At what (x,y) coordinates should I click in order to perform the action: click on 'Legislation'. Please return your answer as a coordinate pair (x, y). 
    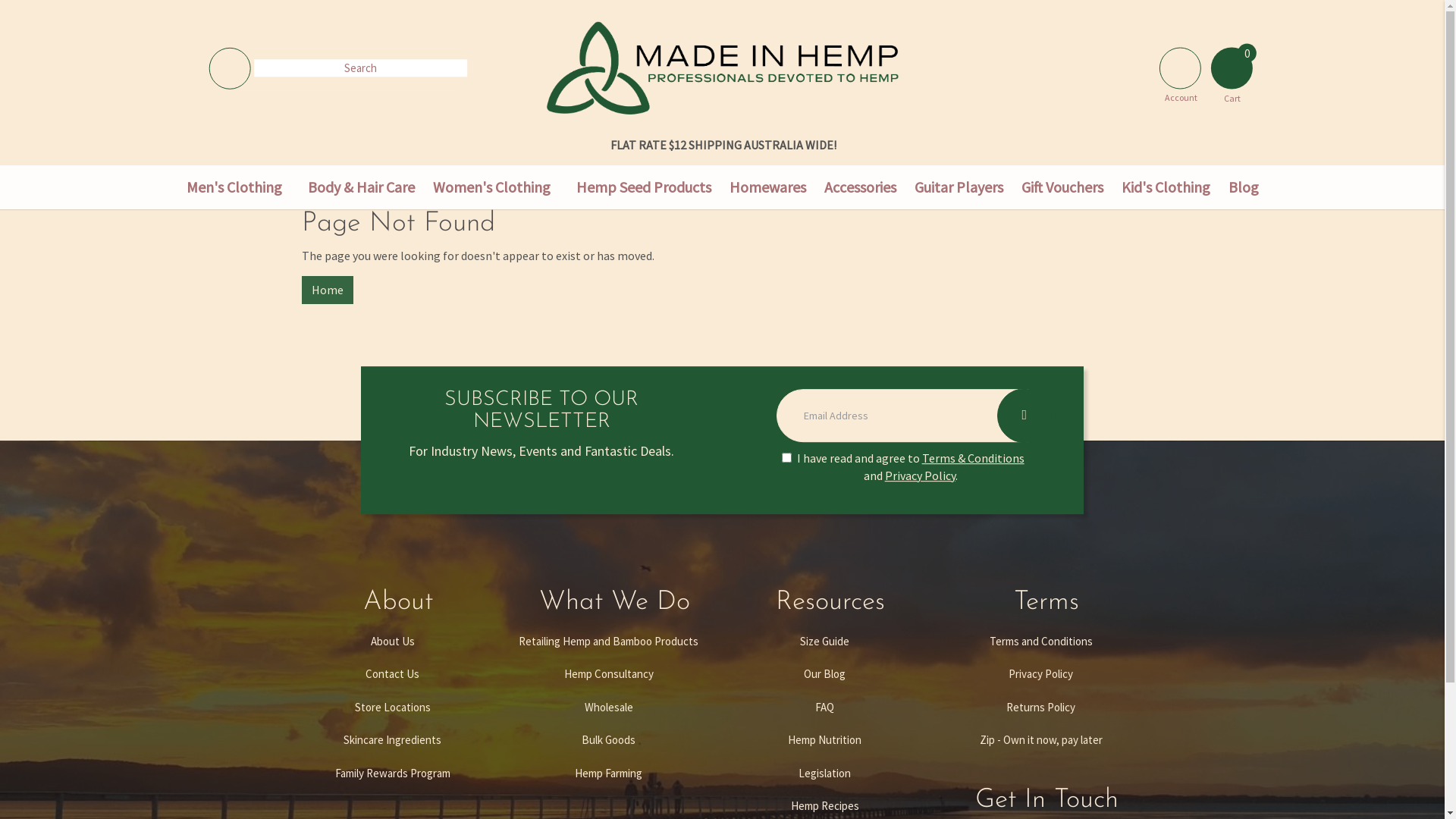
    Looking at the image, I should click on (823, 773).